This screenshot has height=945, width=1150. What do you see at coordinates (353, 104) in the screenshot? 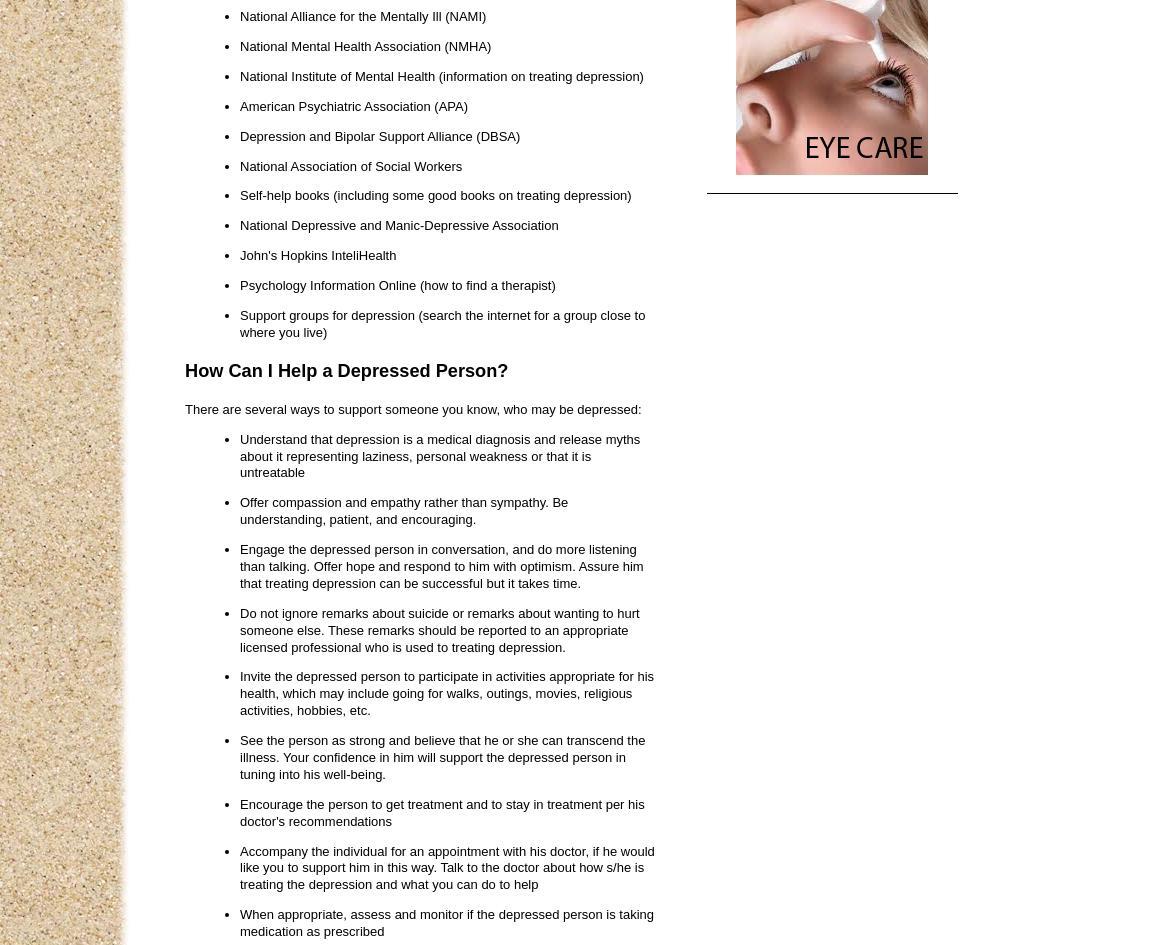
I see `'American Psychiatric Association (APA)'` at bounding box center [353, 104].